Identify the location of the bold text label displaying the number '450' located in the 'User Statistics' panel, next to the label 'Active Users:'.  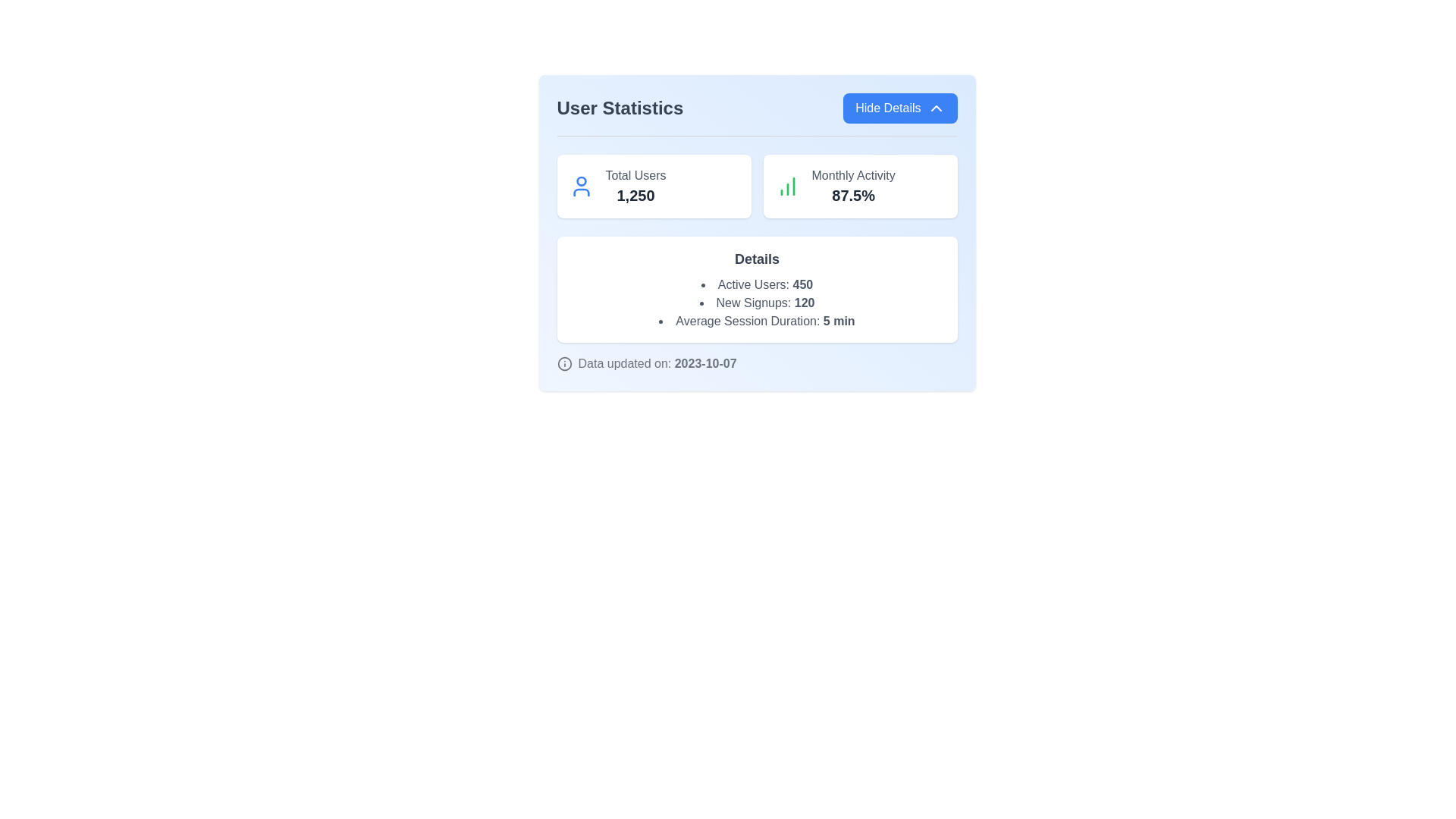
(802, 284).